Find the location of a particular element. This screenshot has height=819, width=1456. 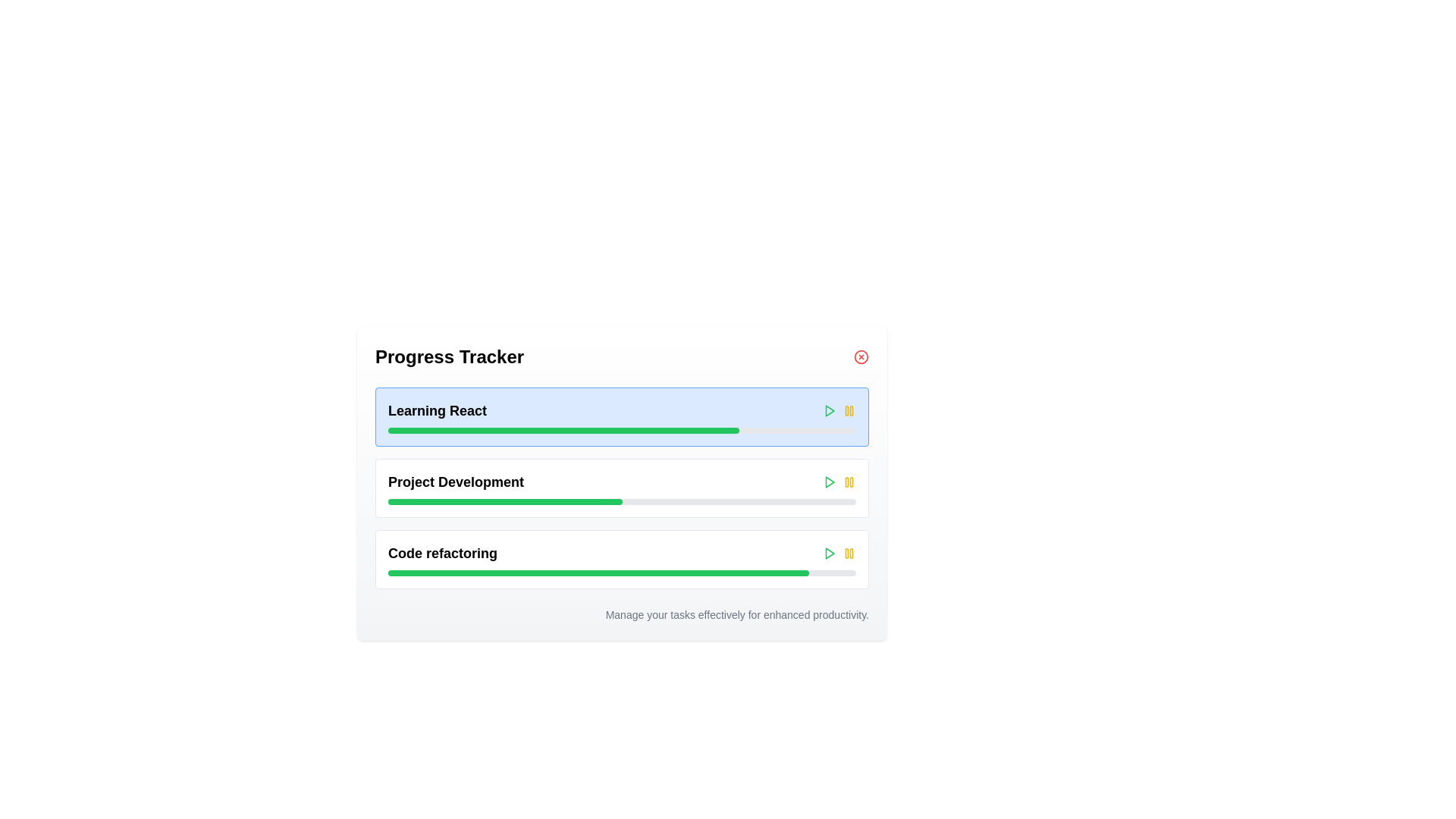

the yellow pause button with two vertical bars located at the far right of the 'Code refactoring' progress bar is located at coordinates (848, 553).